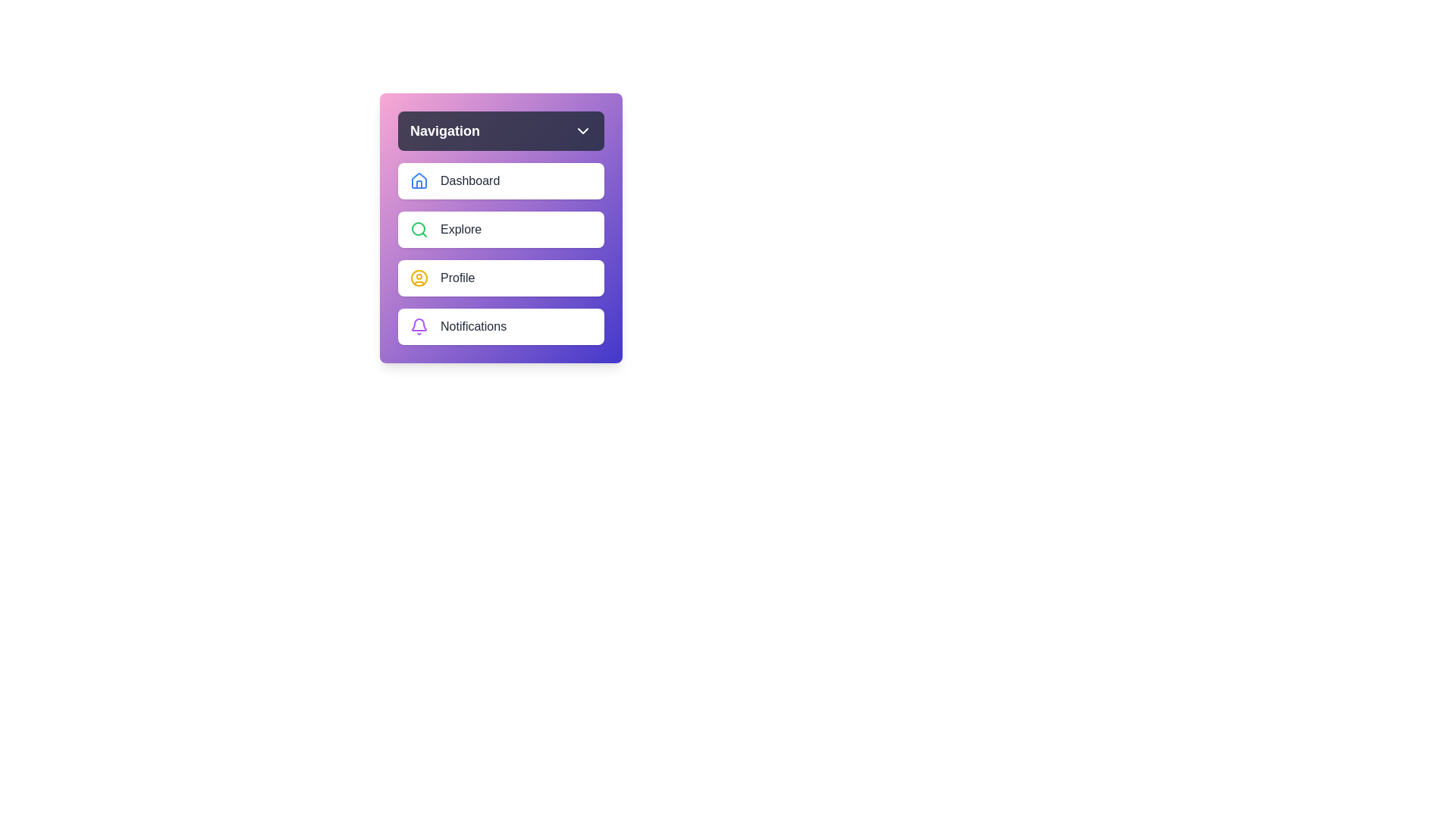 The image size is (1456, 819). I want to click on the navigation item Notifications from the menu, so click(501, 326).